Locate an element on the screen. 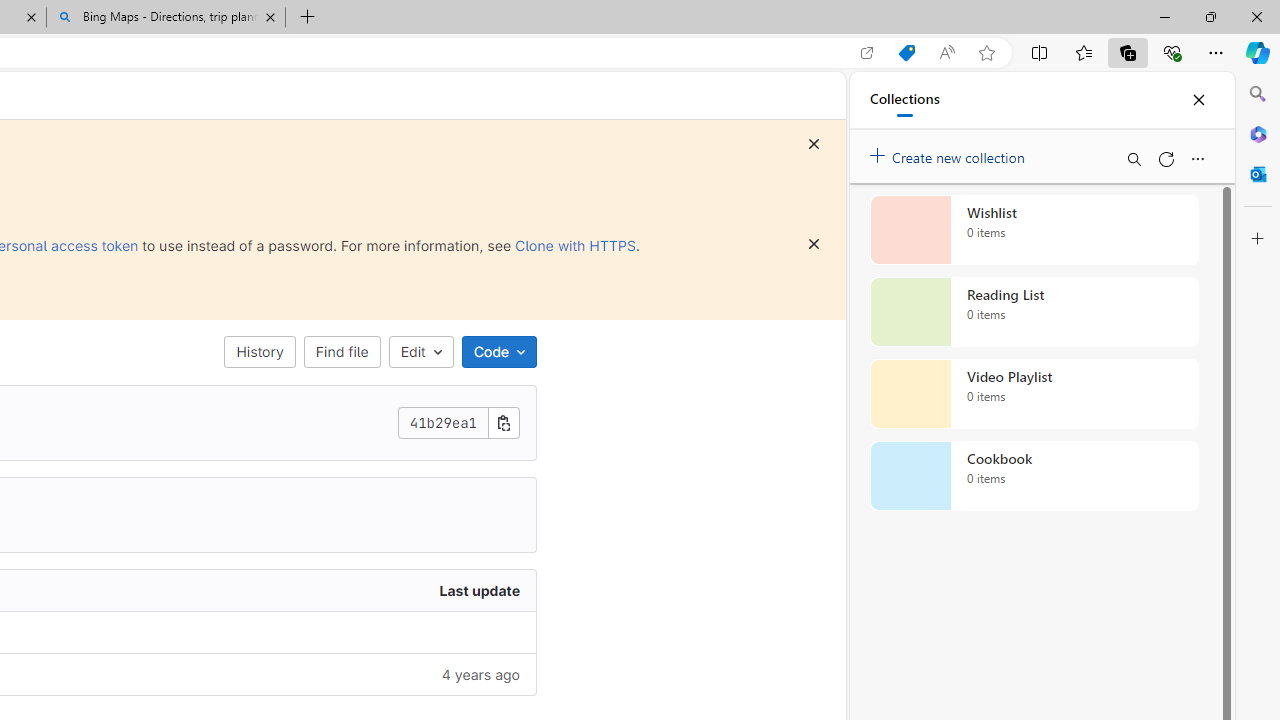  'Copy commit SHA' is located at coordinates (503, 422).